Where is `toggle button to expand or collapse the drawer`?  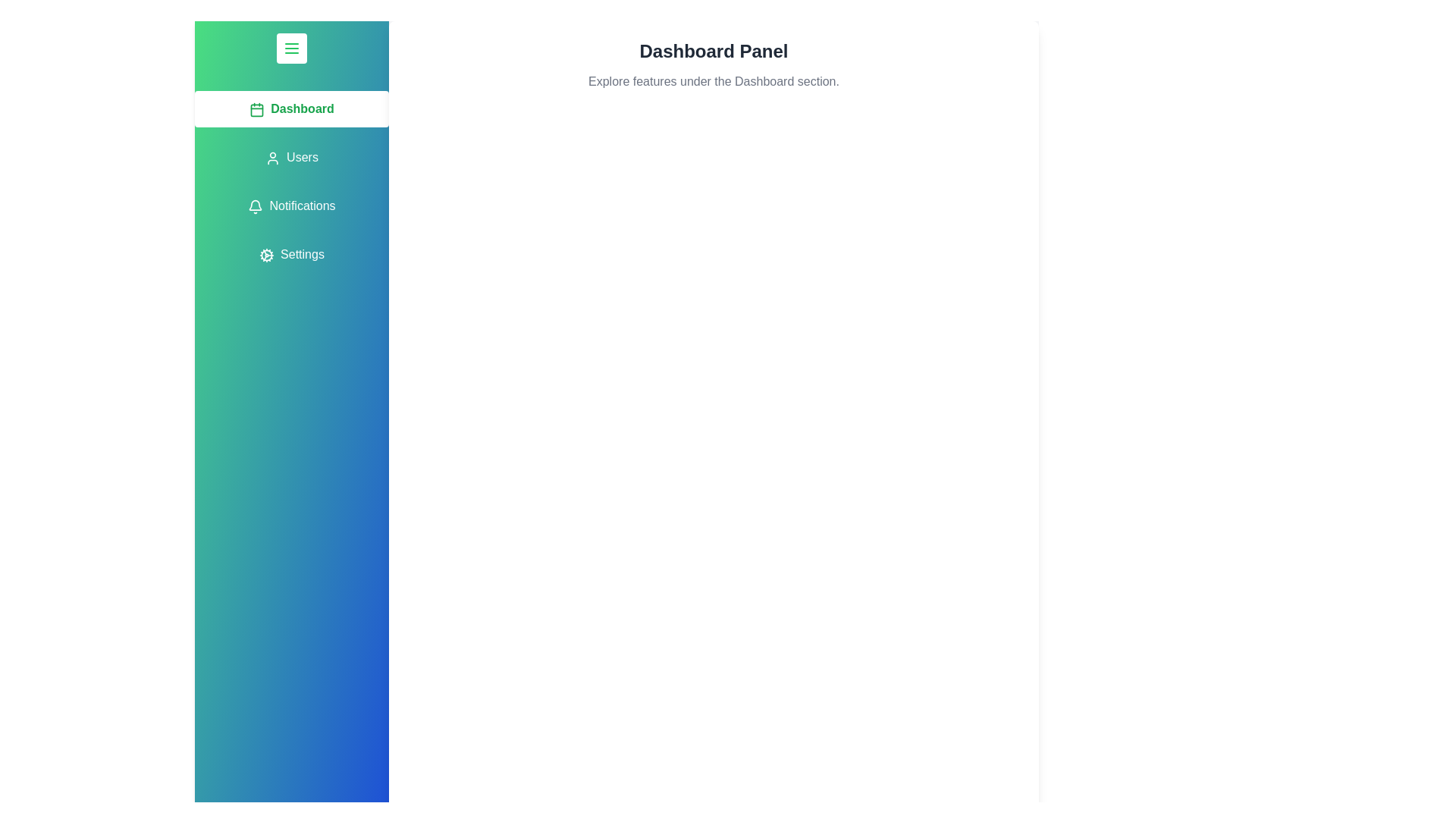 toggle button to expand or collapse the drawer is located at coordinates (291, 48).